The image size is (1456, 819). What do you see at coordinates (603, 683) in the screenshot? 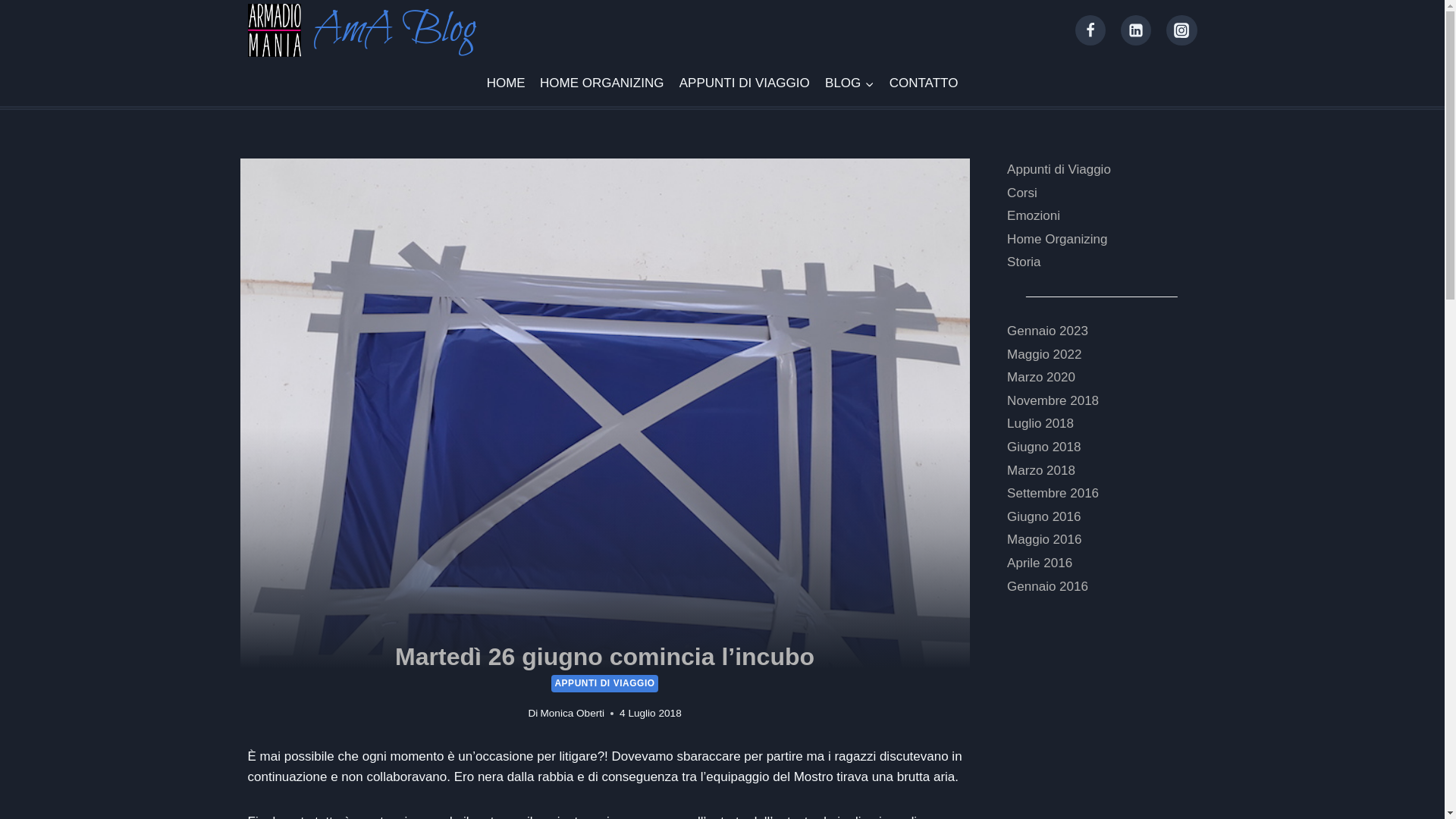
I see `'APPUNTI DI VIAGGIO'` at bounding box center [603, 683].